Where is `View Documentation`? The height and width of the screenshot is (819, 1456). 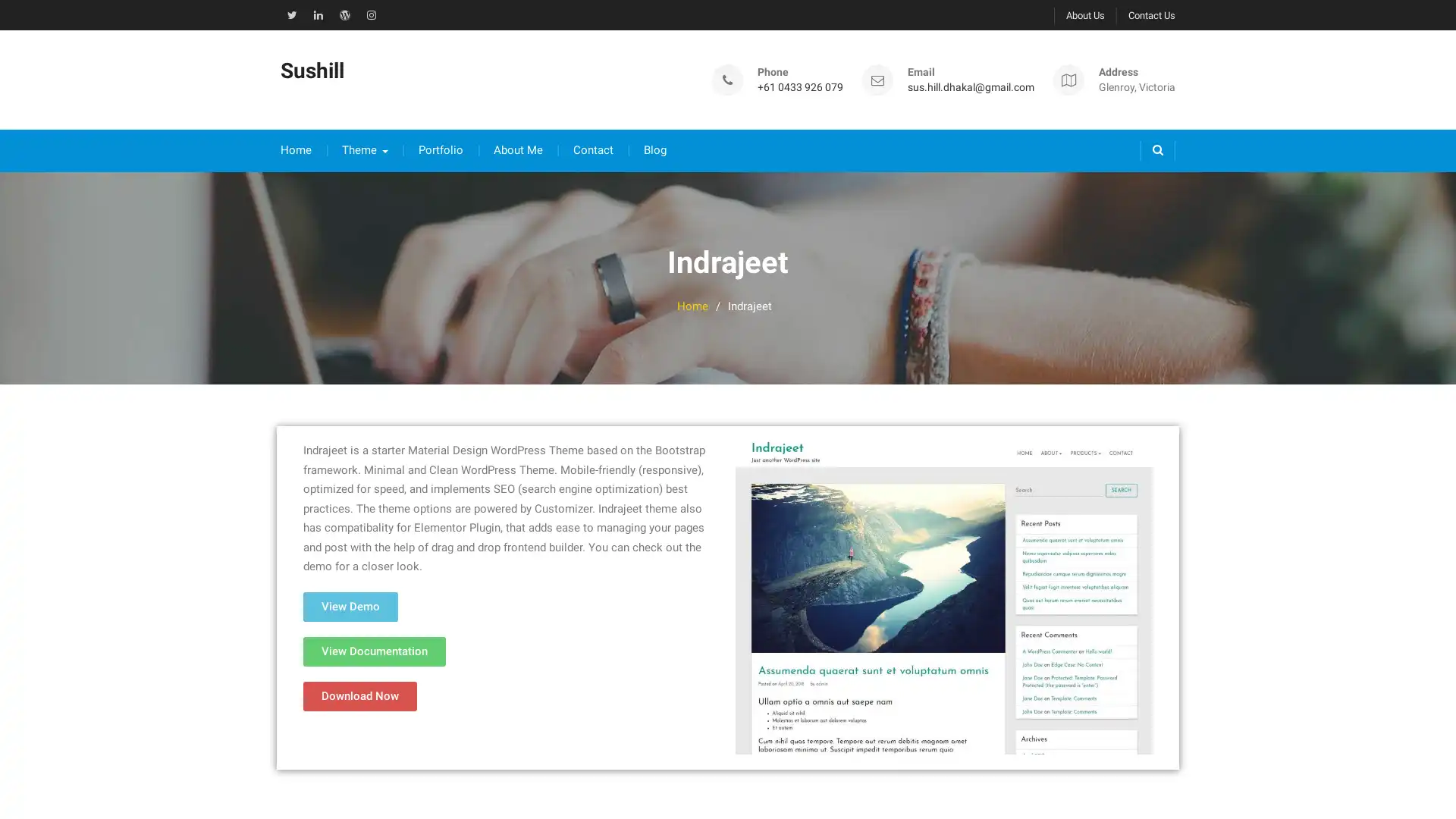
View Documentation is located at coordinates (375, 635).